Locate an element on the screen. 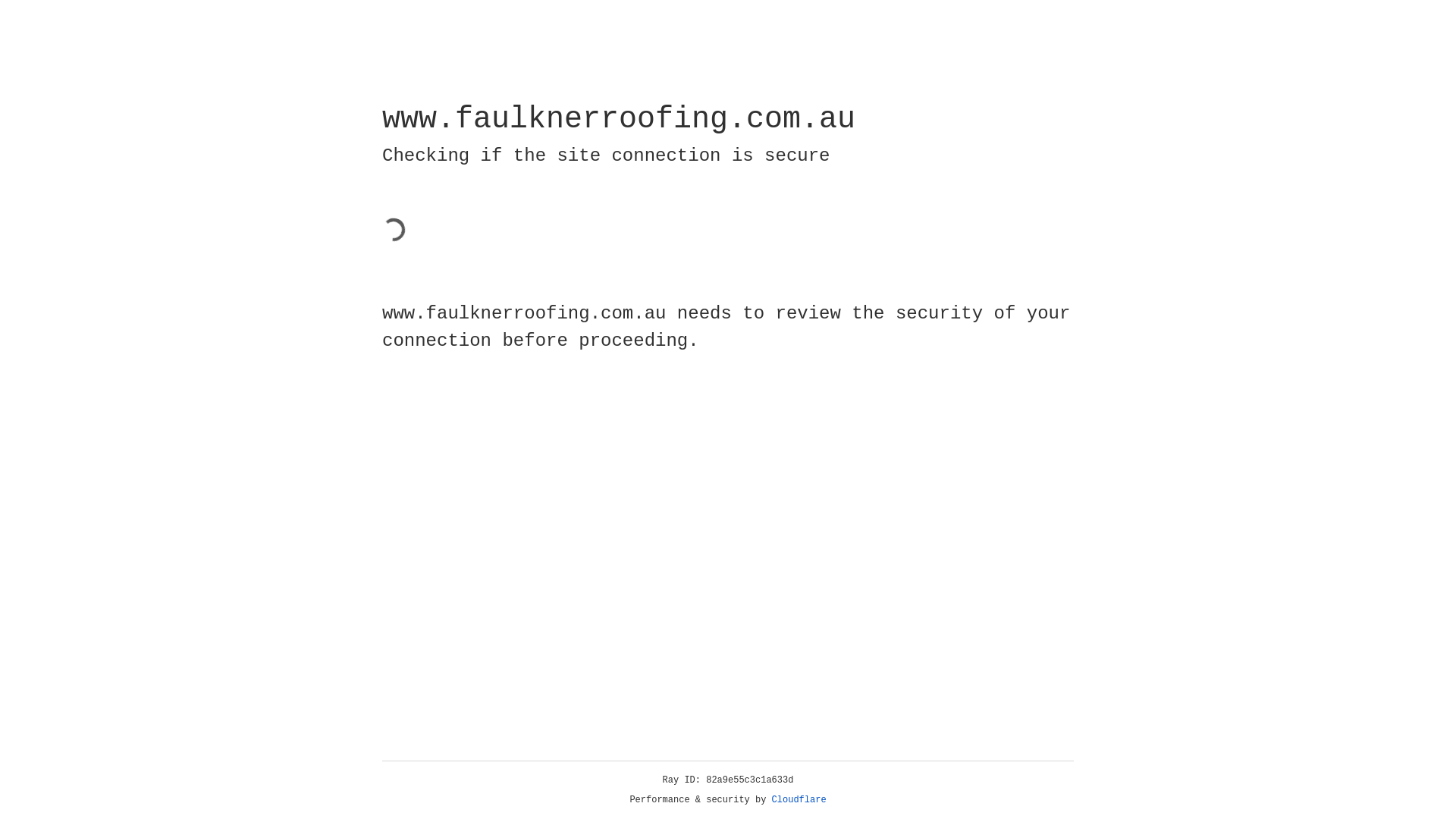  'Cloudflare' is located at coordinates (799, 799).